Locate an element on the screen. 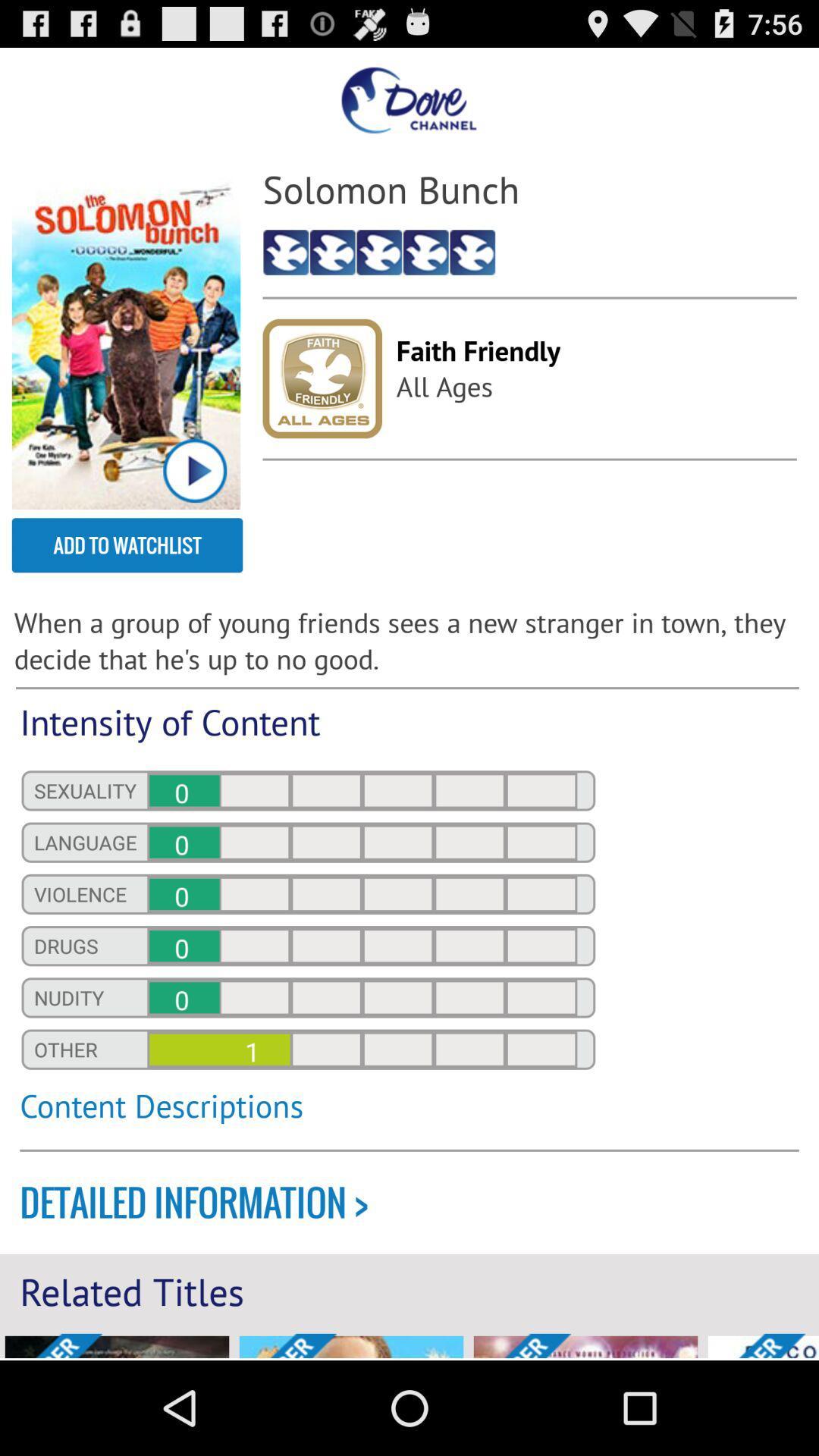 The image size is (819, 1456). add to watchlist icon is located at coordinates (127, 545).